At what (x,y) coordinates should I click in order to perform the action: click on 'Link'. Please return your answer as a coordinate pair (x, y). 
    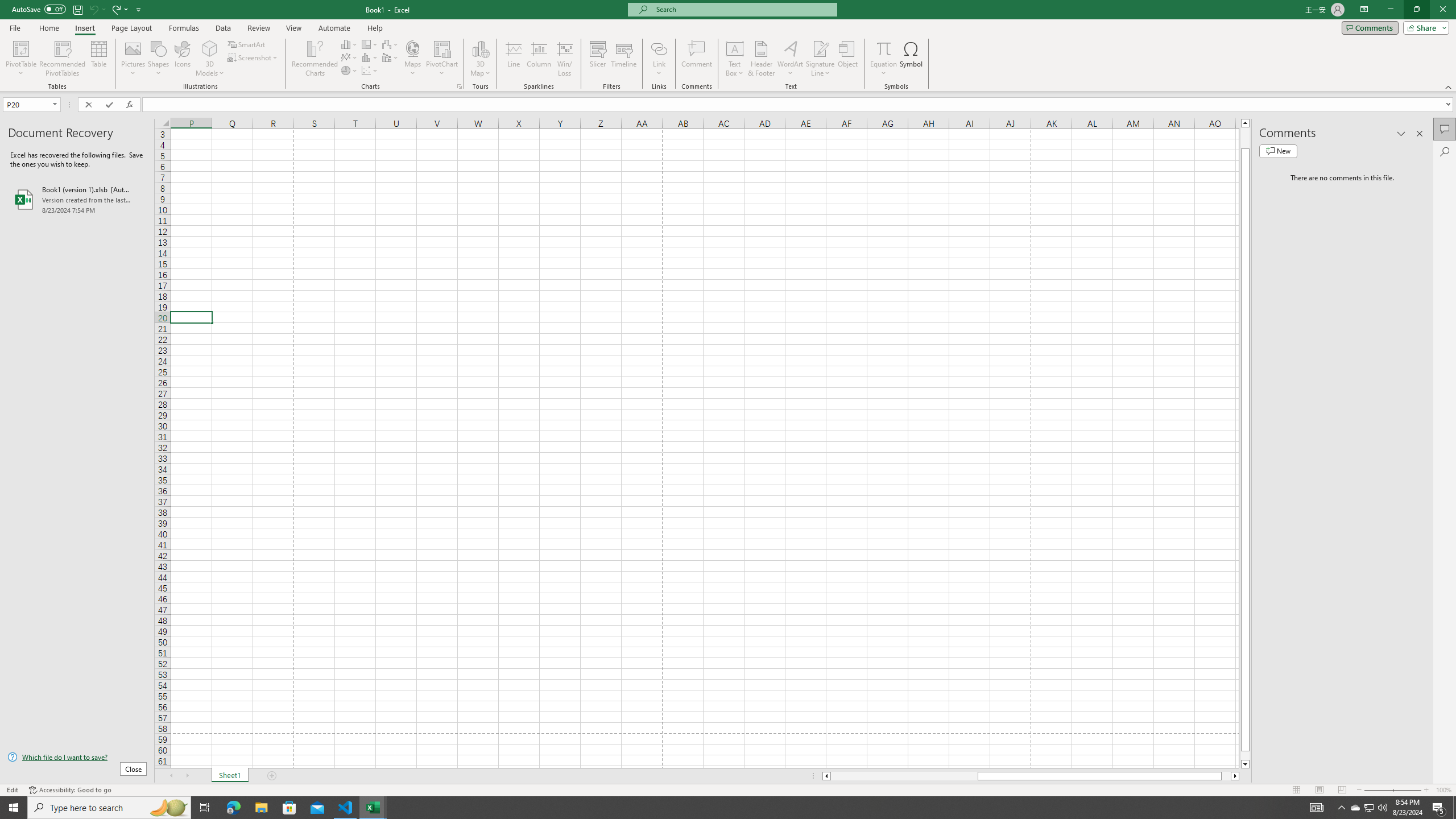
    Looking at the image, I should click on (659, 48).